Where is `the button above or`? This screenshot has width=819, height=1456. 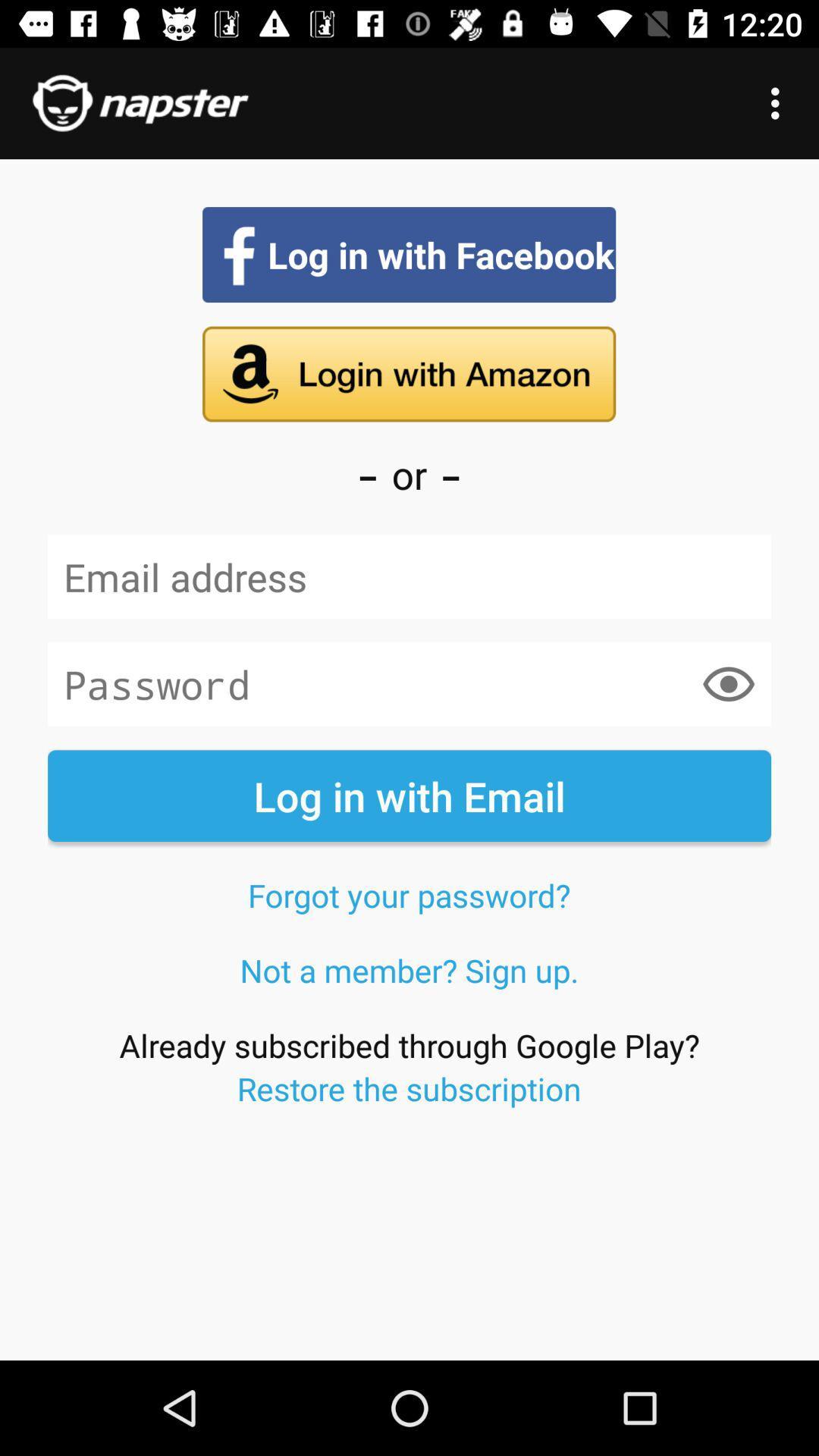 the button above or is located at coordinates (408, 375).